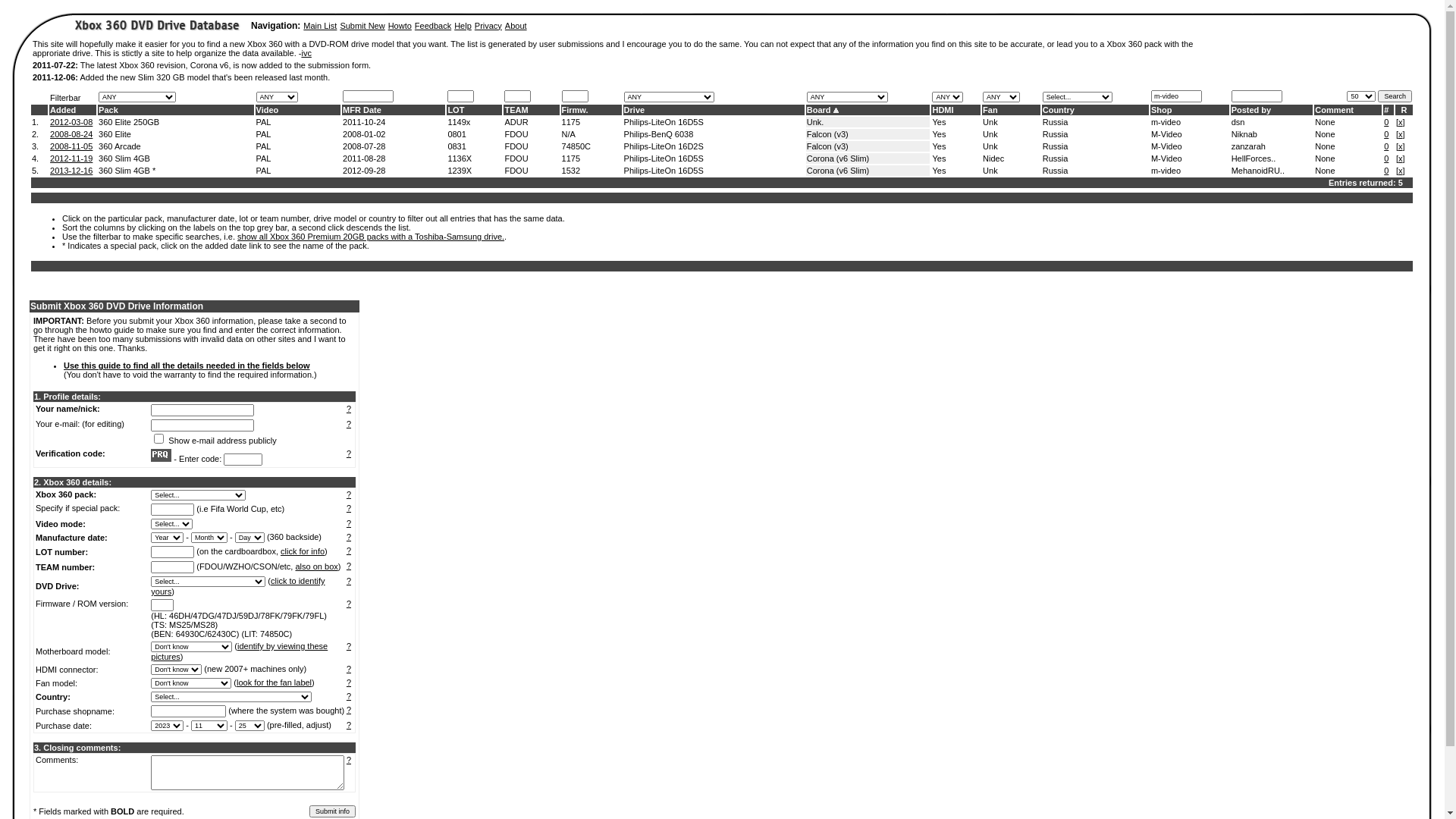 The width and height of the screenshot is (1456, 819). Describe the element at coordinates (818, 109) in the screenshot. I see `'Board'` at that location.